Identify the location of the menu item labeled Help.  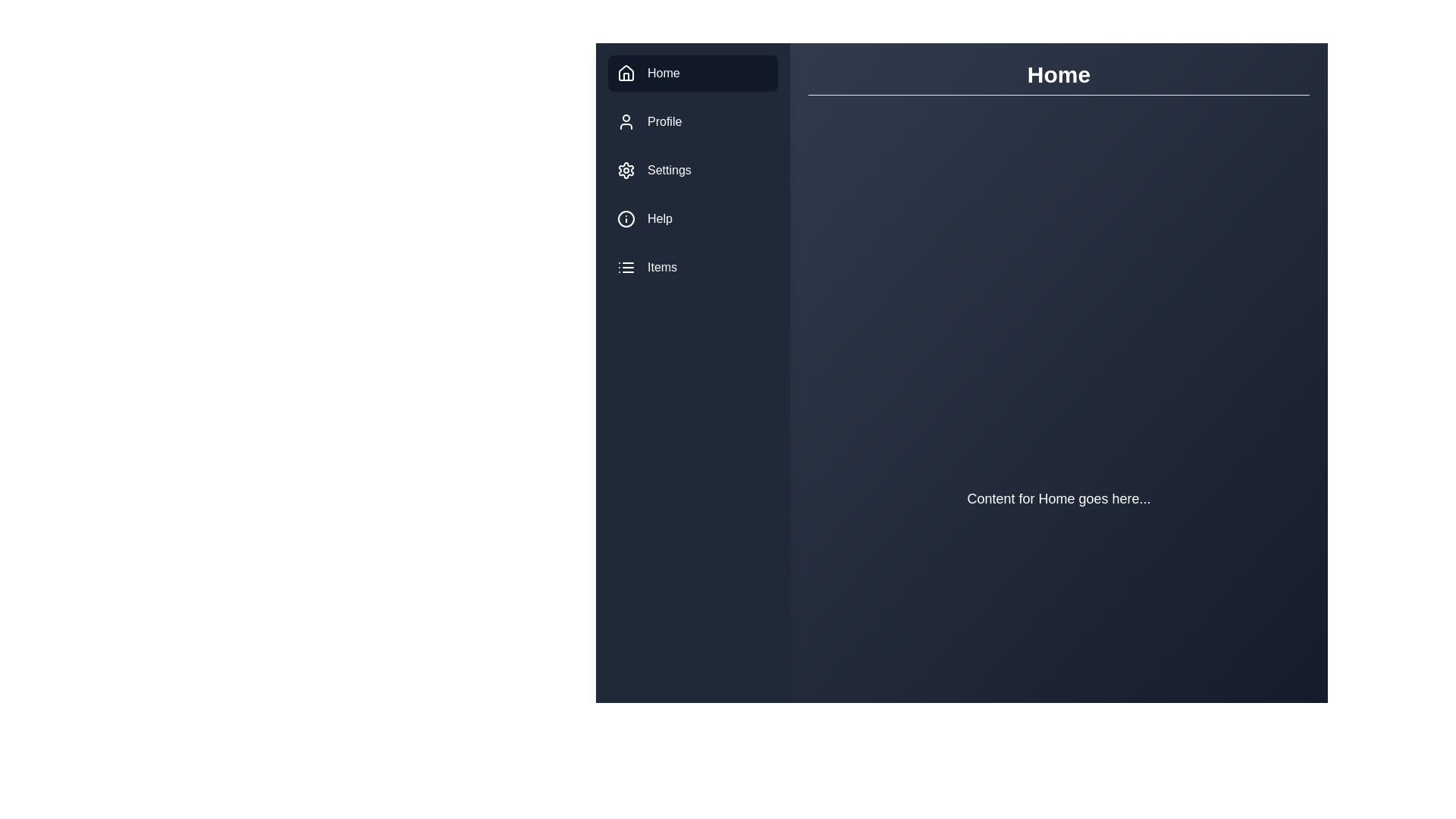
(692, 219).